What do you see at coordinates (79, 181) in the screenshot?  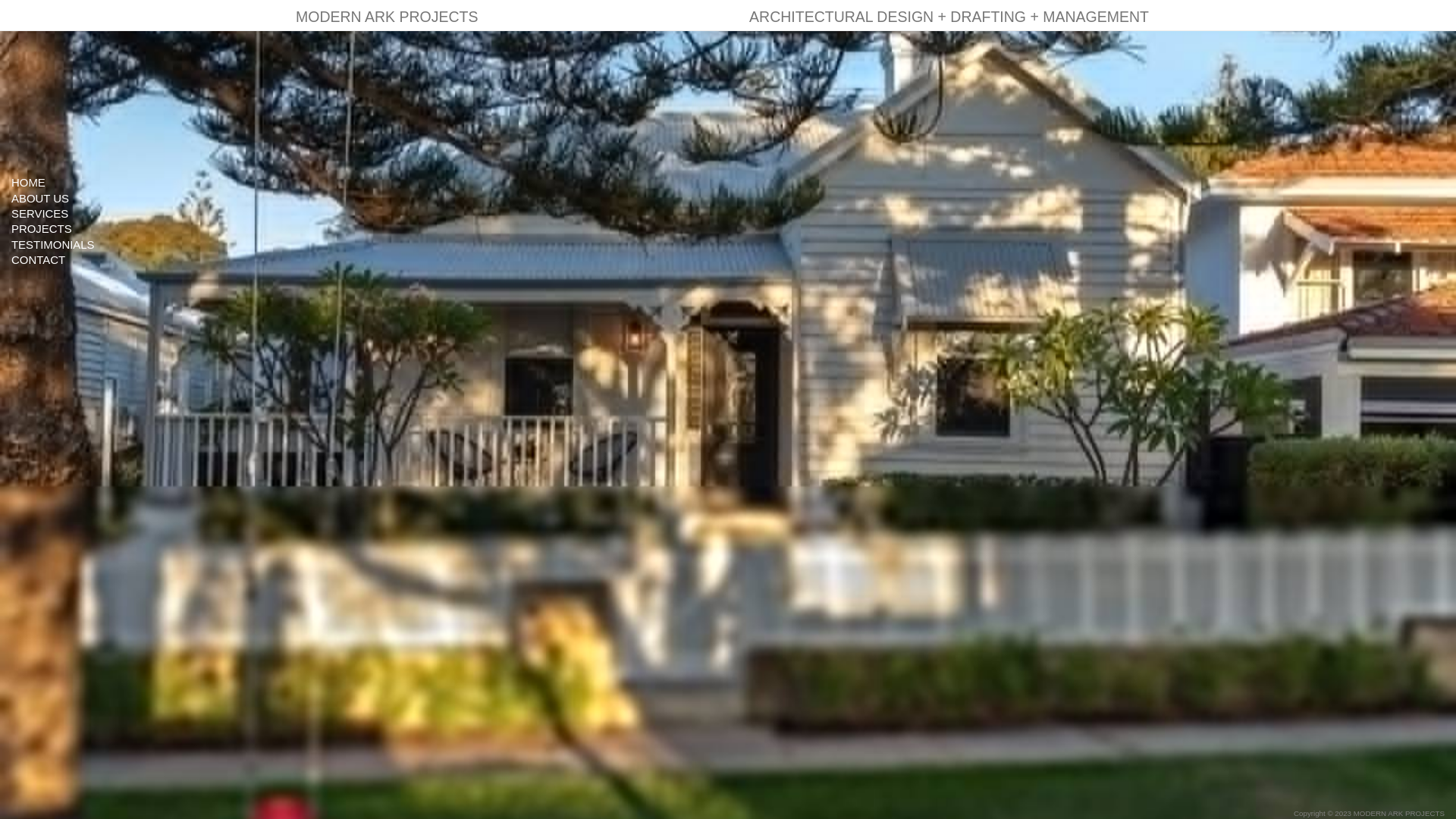 I see `'HOME'` at bounding box center [79, 181].